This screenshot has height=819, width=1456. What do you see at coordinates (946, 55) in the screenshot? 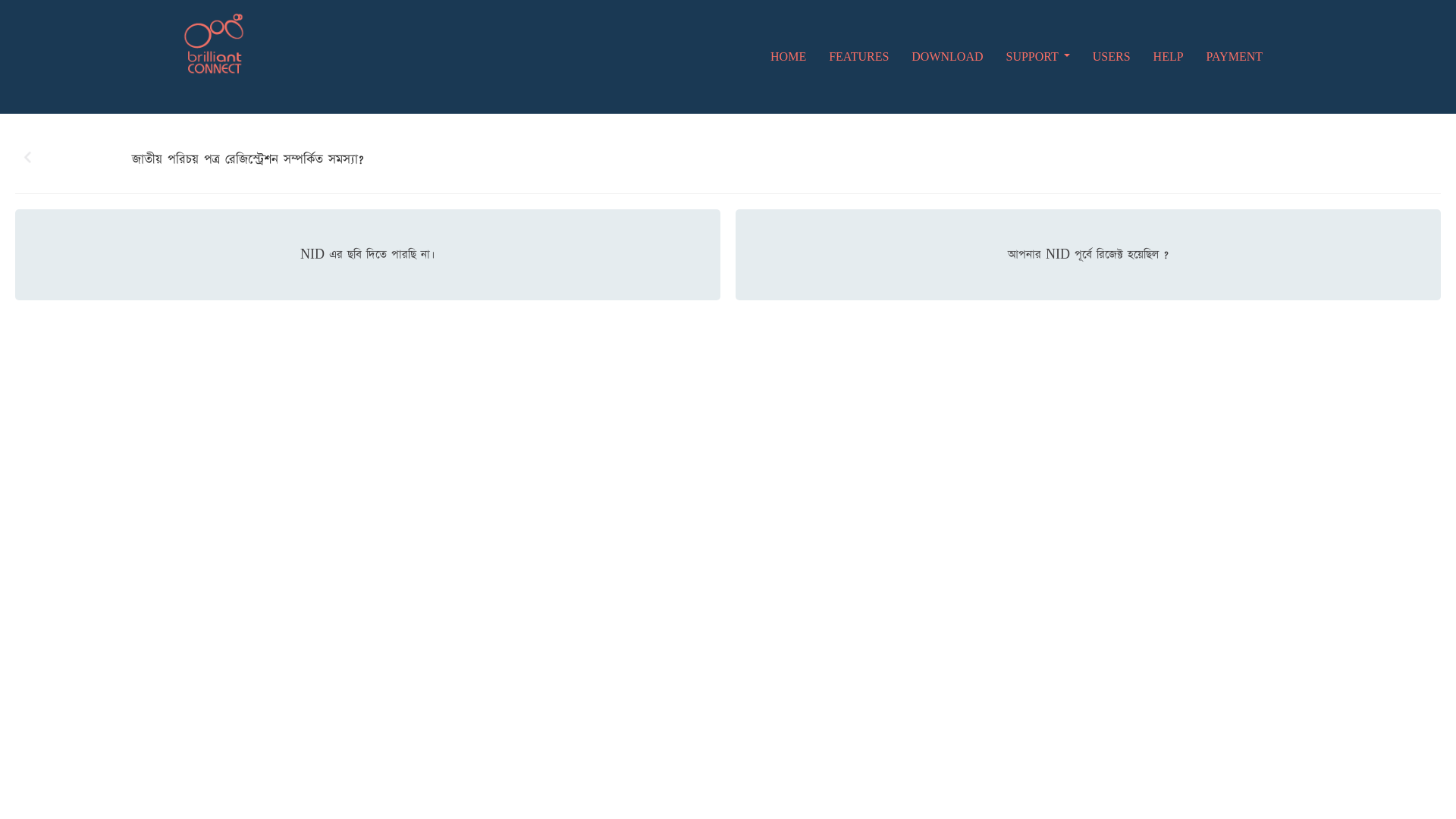
I see `'DOWNLOAD'` at bounding box center [946, 55].